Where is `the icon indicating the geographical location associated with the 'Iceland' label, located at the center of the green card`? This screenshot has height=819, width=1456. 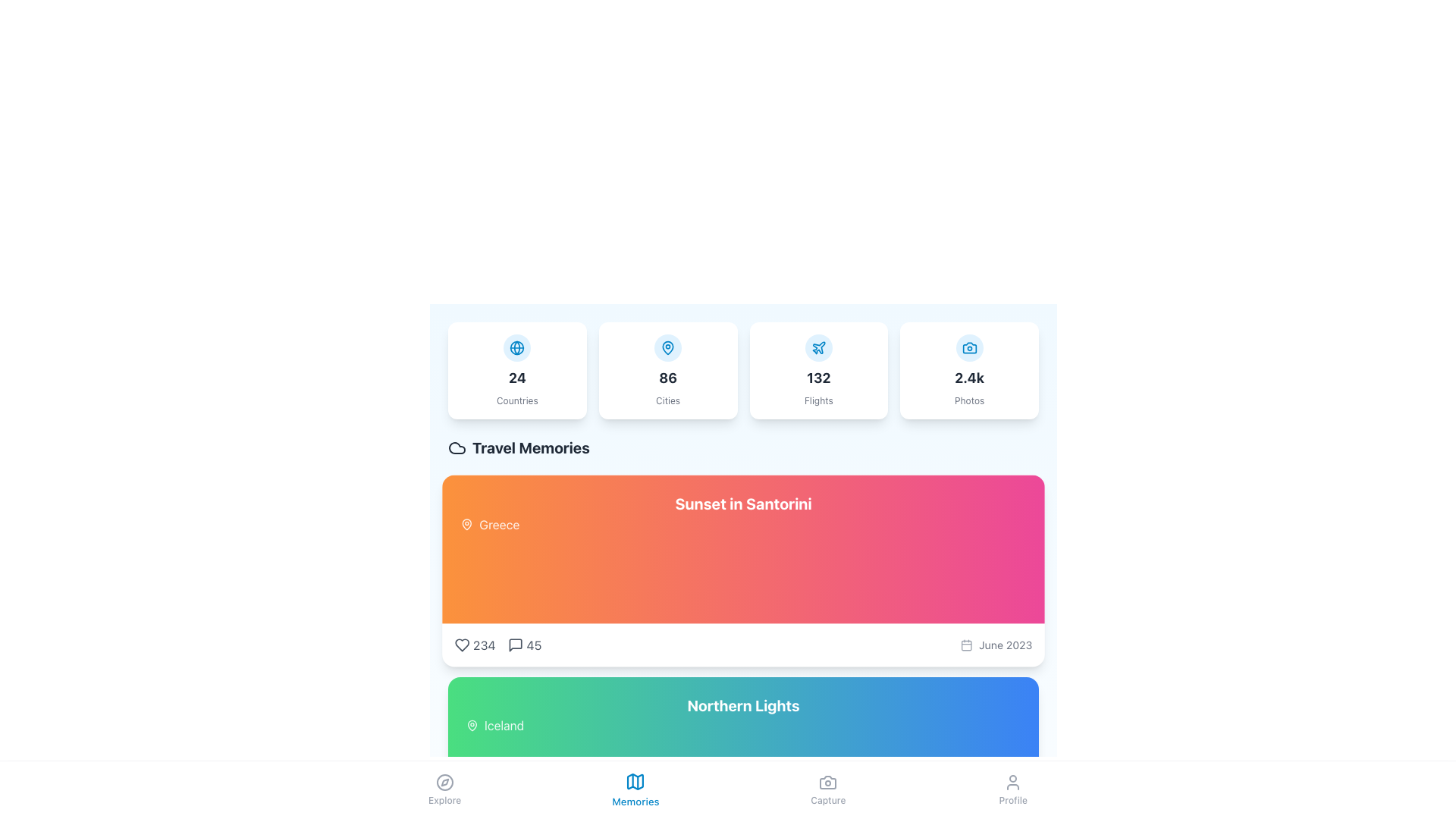 the icon indicating the geographical location associated with the 'Iceland' label, located at the center of the green card is located at coordinates (472, 724).